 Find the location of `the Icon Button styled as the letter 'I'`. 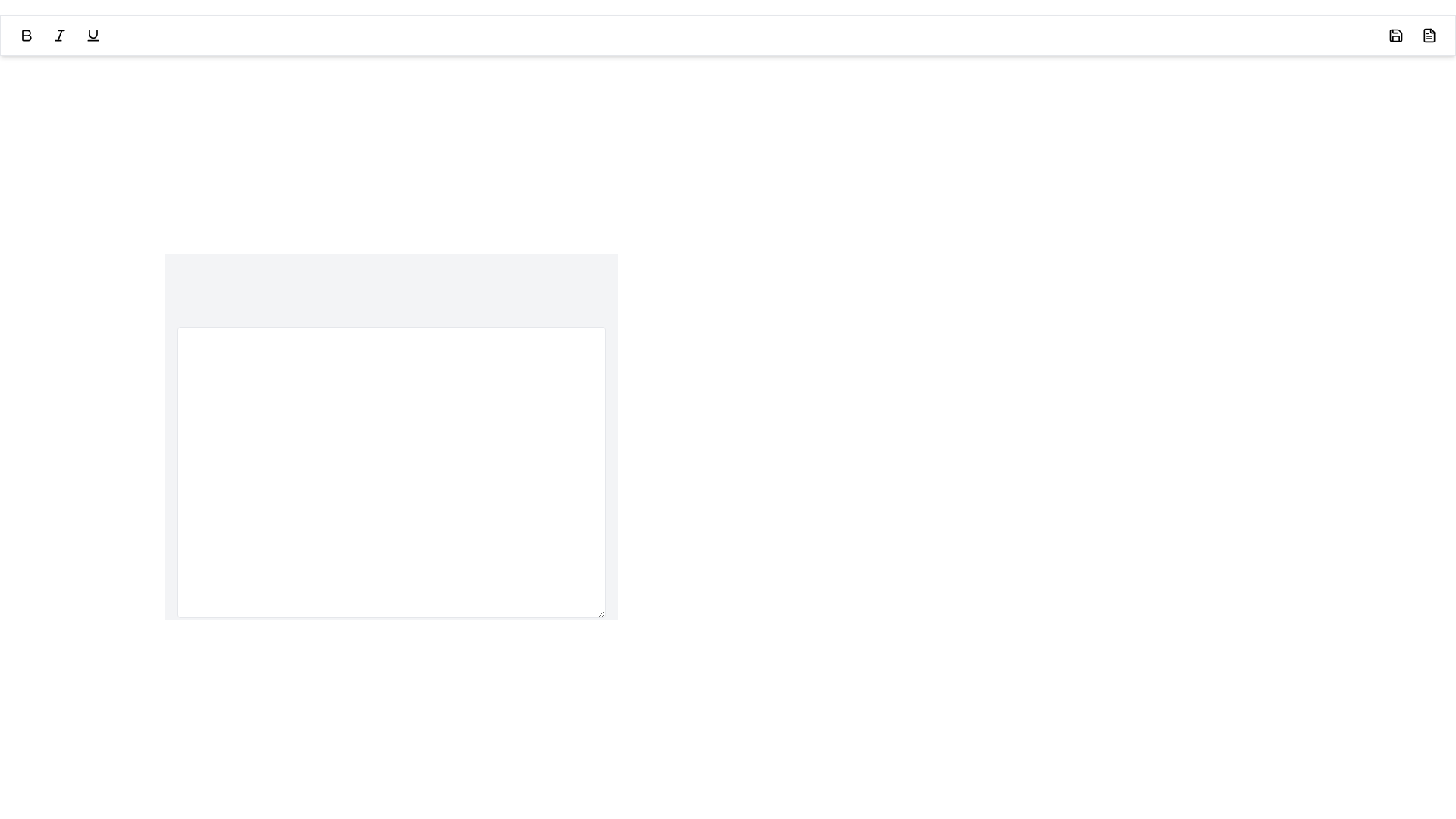

the Icon Button styled as the letter 'I' is located at coordinates (59, 34).